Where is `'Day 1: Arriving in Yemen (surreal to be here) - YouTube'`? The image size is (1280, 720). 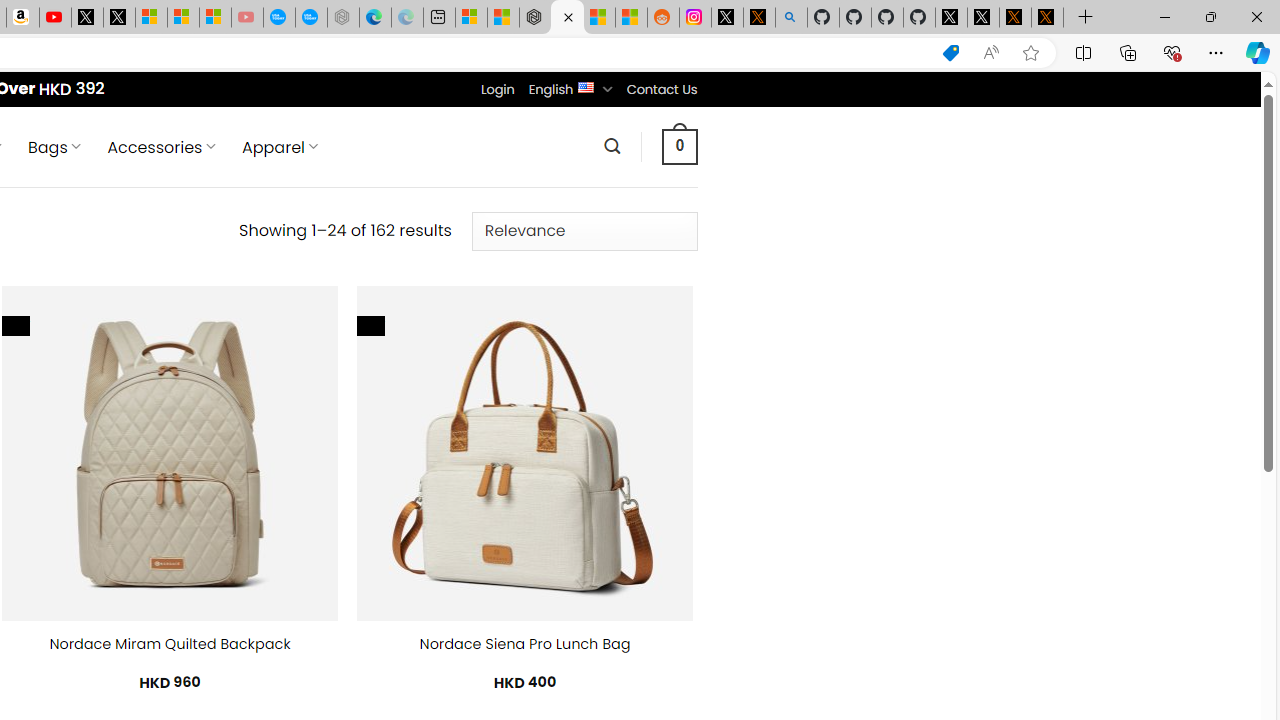 'Day 1: Arriving in Yemen (surreal to be here) - YouTube' is located at coordinates (55, 17).